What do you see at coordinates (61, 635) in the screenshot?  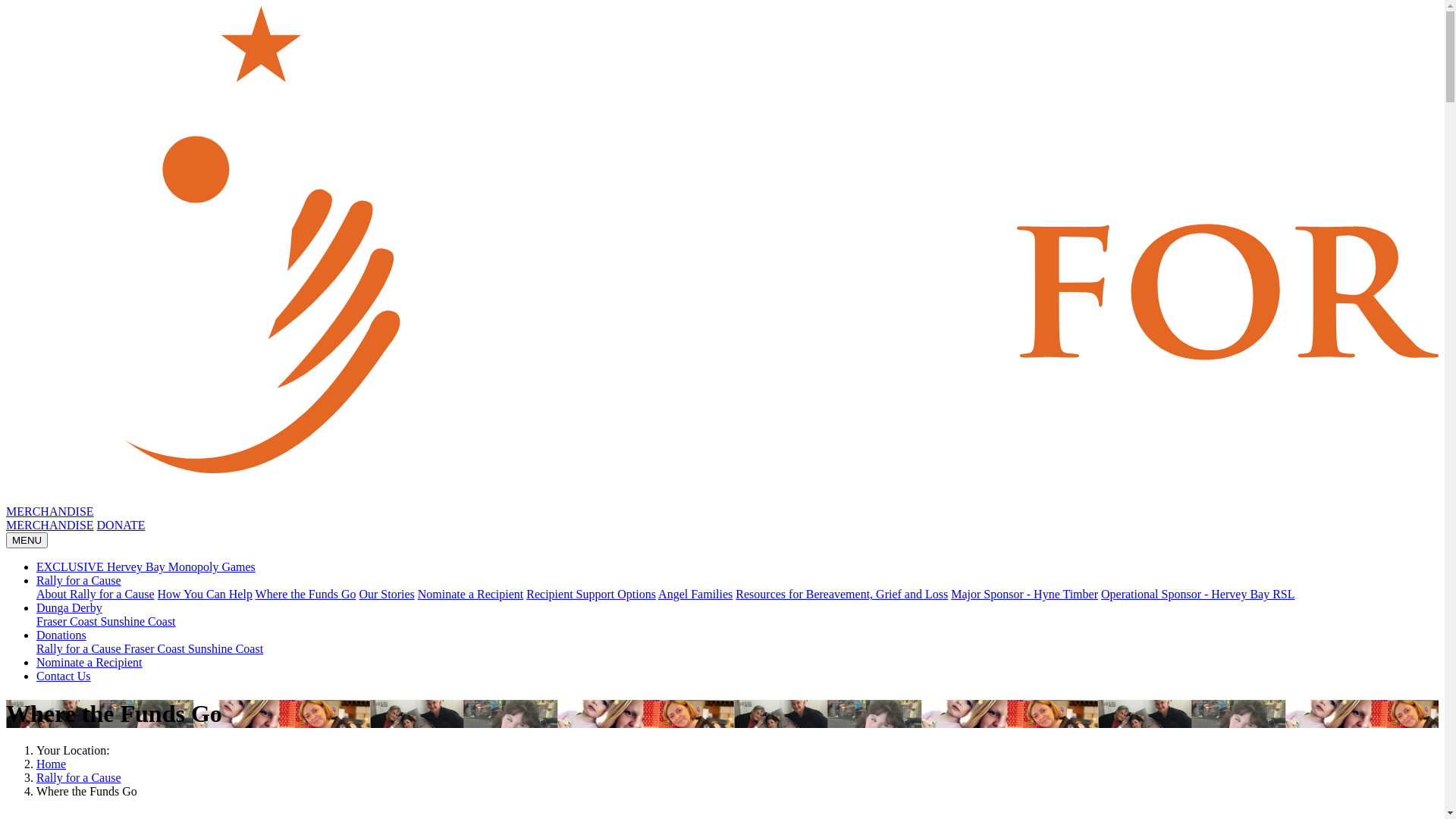 I see `'Donations'` at bounding box center [61, 635].